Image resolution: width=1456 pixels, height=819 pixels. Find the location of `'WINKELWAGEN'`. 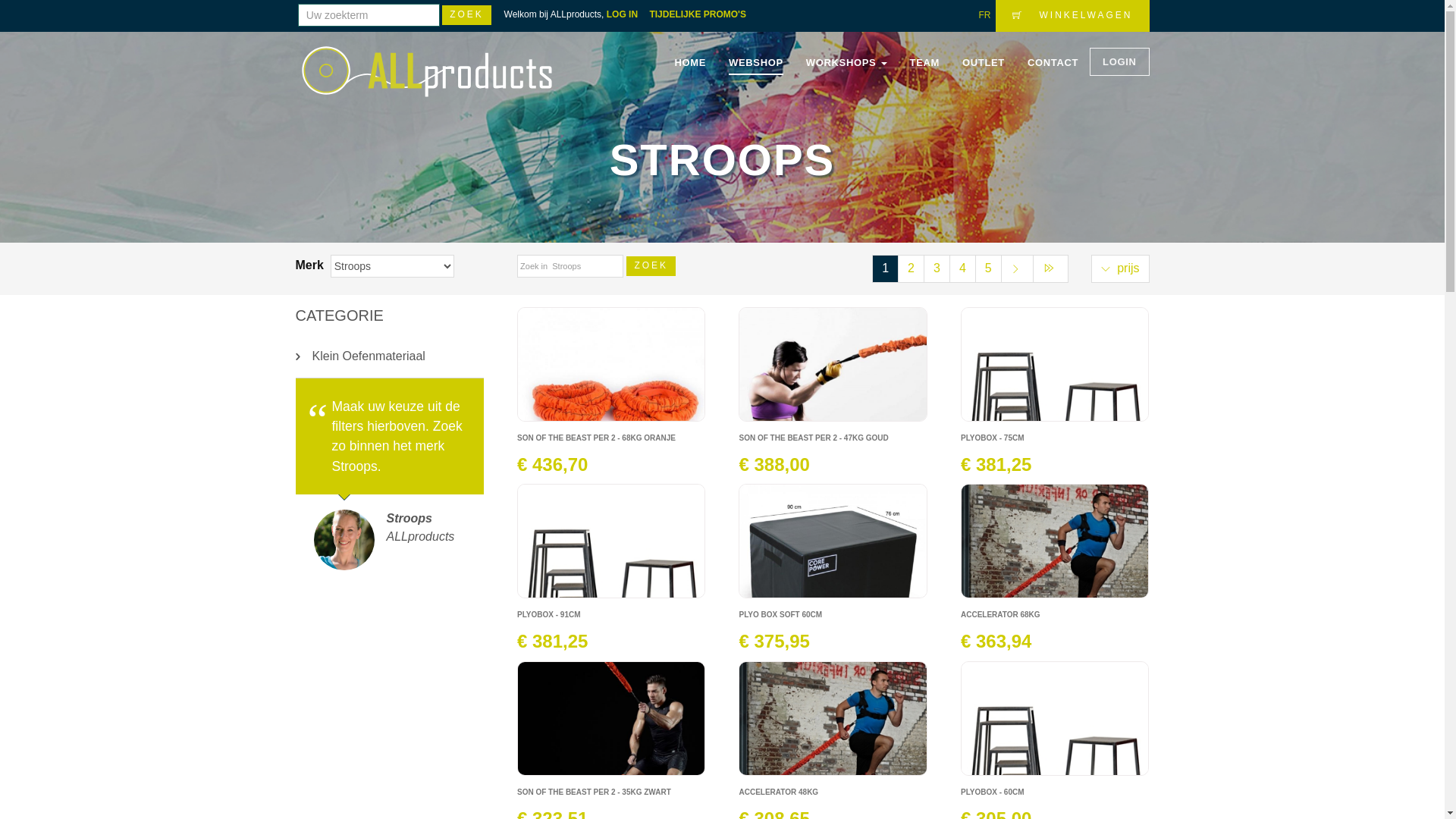

'WINKELWAGEN' is located at coordinates (1072, 15).